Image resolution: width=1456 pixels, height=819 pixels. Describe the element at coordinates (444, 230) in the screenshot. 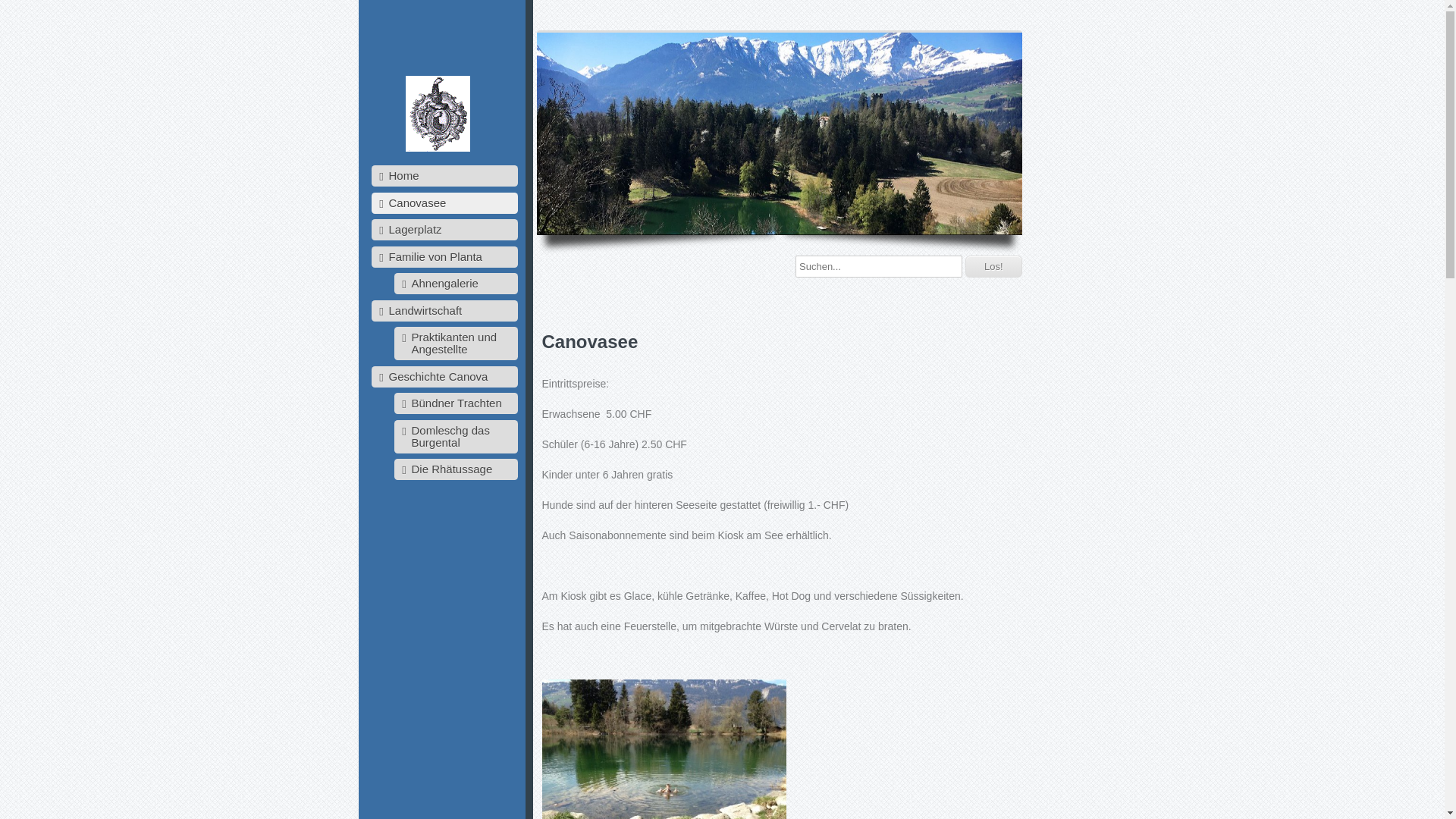

I see `'Lagerplatz'` at that location.